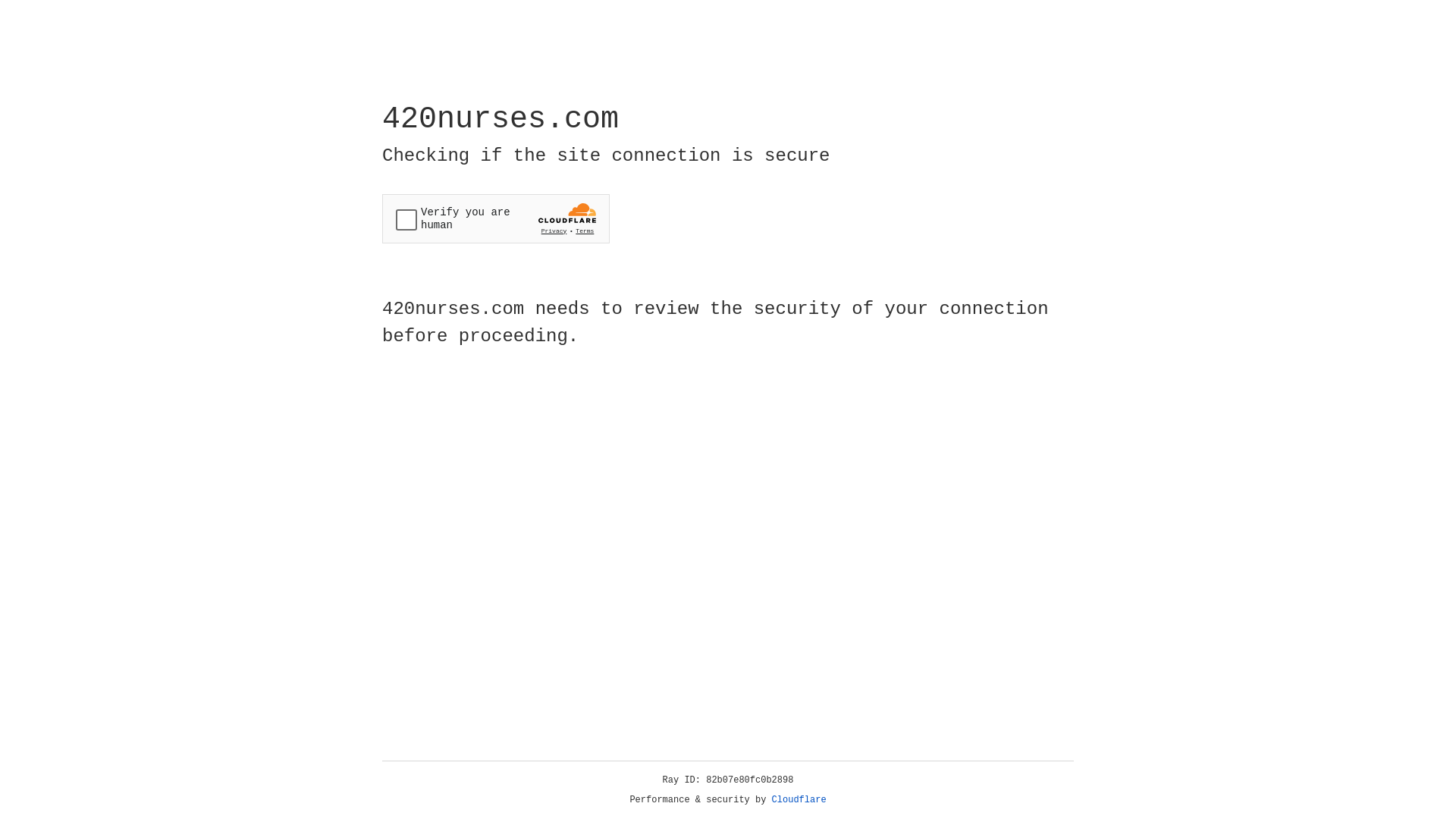 This screenshot has height=819, width=1456. What do you see at coordinates (771, 799) in the screenshot?
I see `'Cloudflare'` at bounding box center [771, 799].